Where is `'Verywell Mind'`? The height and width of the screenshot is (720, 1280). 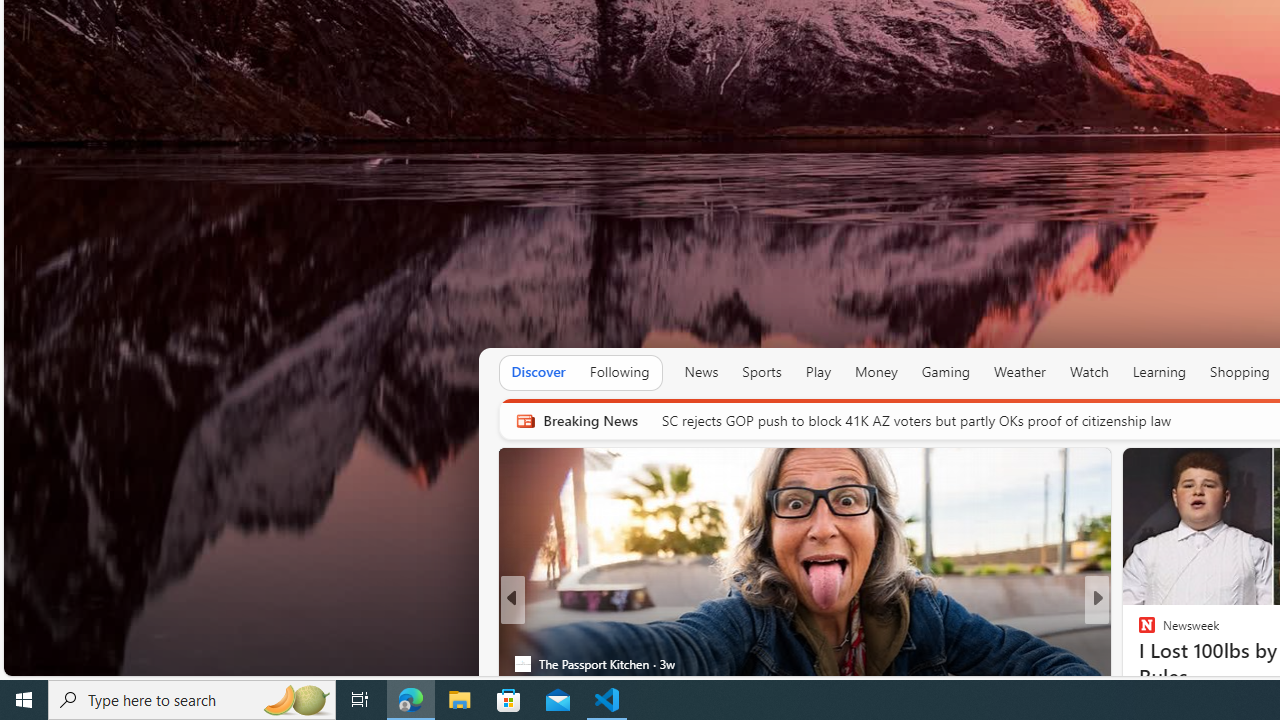
'Verywell Mind' is located at coordinates (1138, 632).